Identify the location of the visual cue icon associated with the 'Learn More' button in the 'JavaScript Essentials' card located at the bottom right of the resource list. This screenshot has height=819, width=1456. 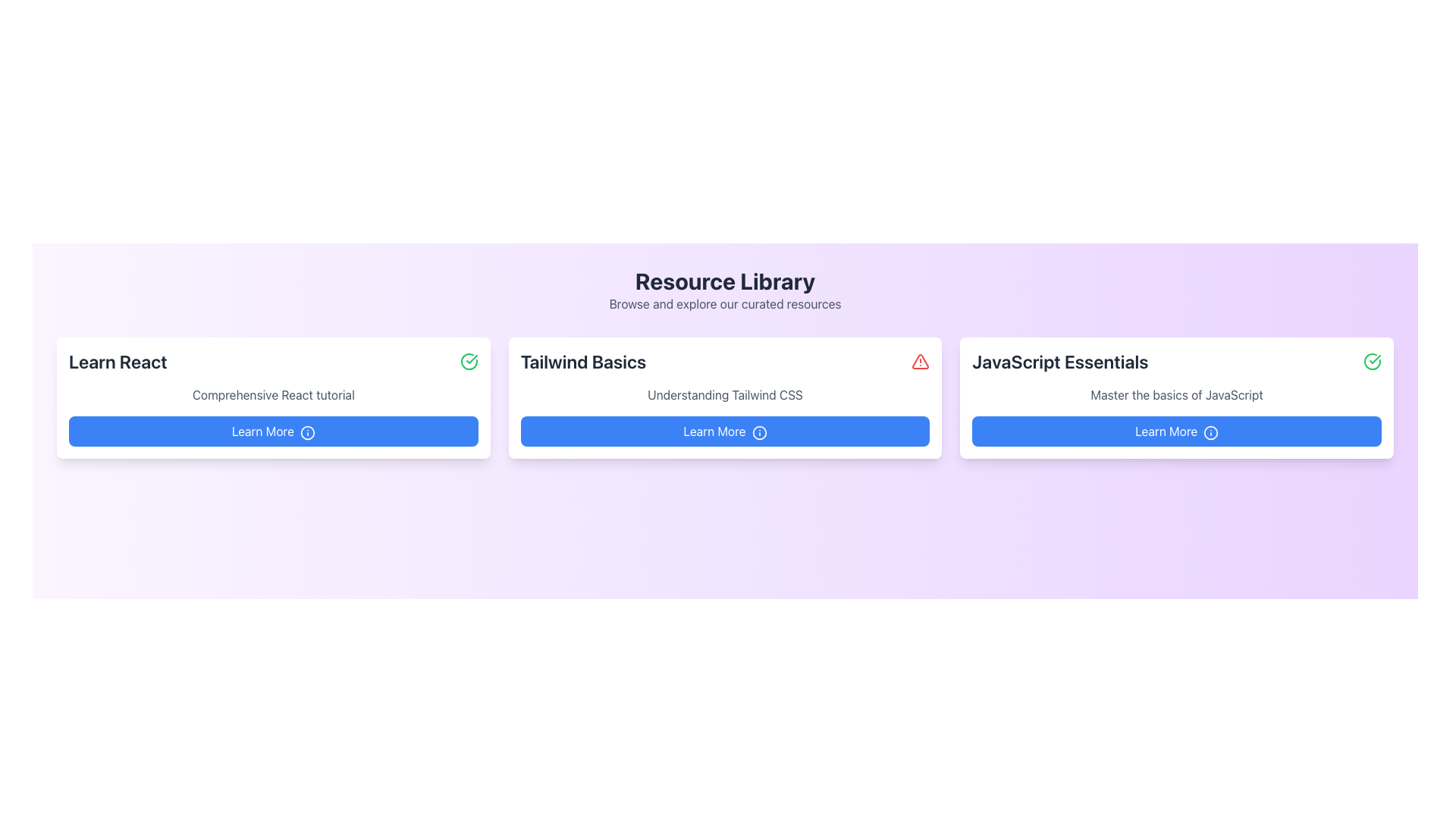
(1210, 432).